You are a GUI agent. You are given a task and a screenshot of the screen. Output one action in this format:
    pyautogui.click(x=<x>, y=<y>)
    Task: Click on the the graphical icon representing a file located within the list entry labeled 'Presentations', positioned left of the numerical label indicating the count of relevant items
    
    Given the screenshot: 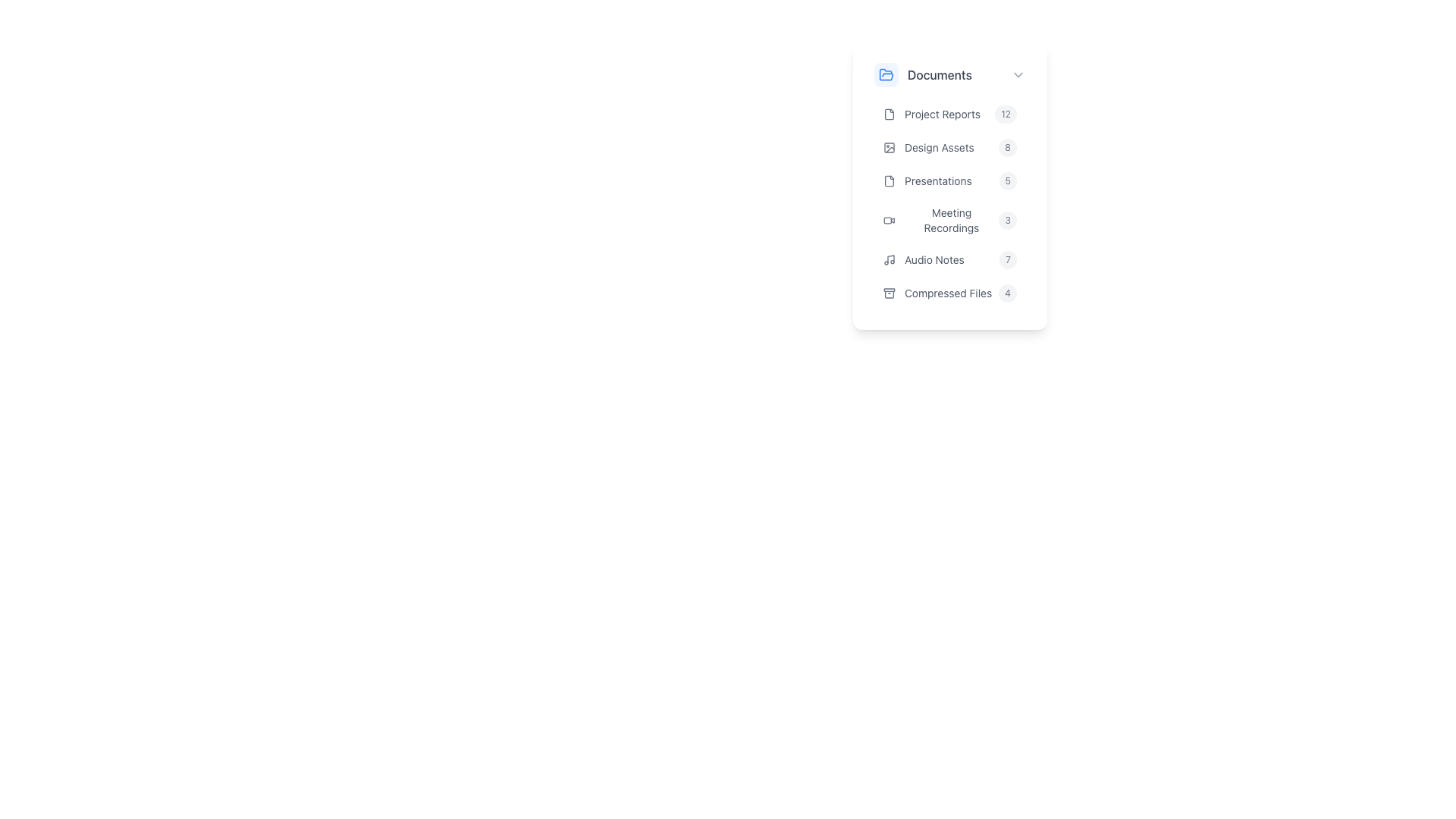 What is the action you would take?
    pyautogui.click(x=889, y=180)
    